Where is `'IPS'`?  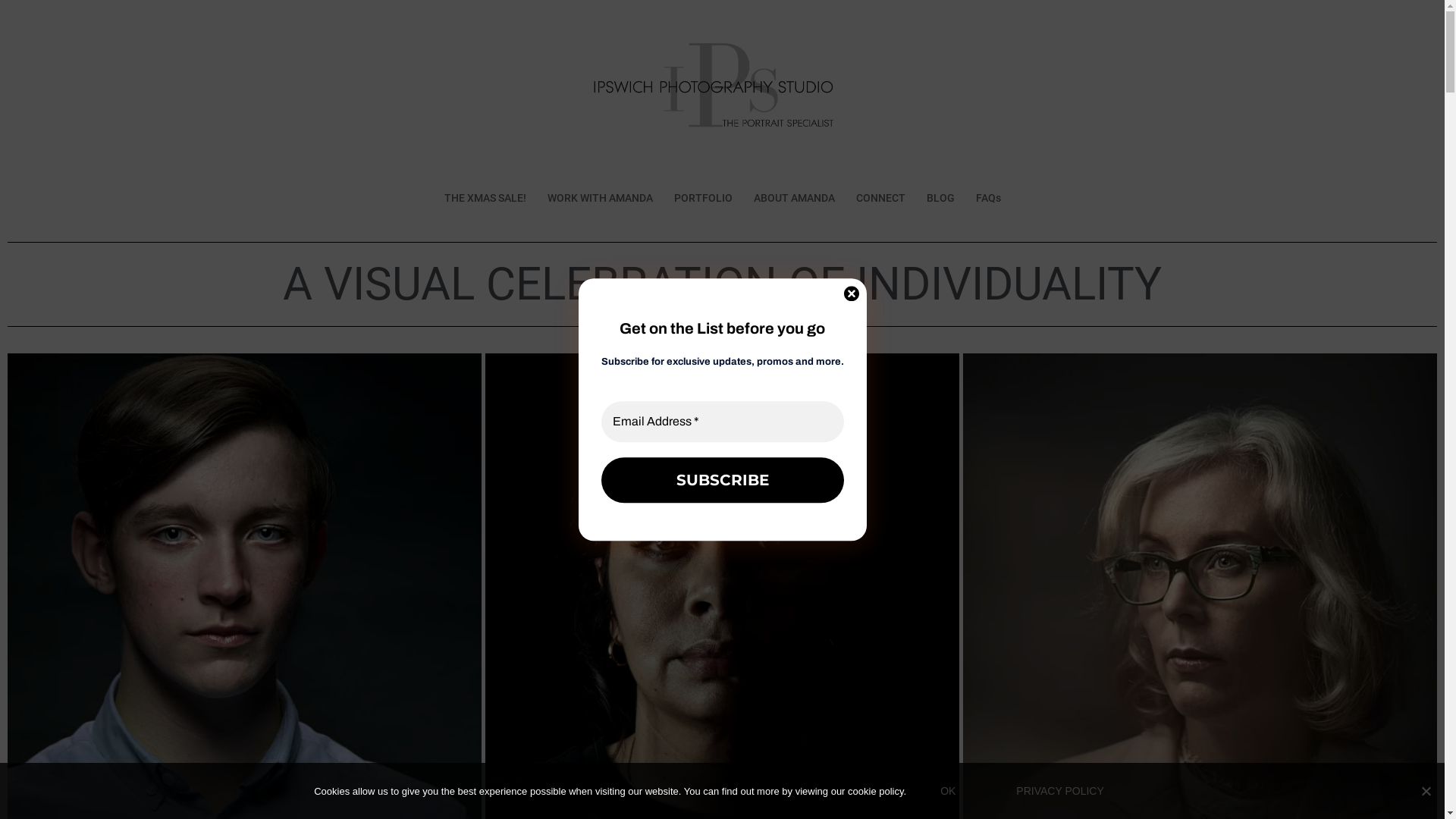
'IPS' is located at coordinates (721, 96).